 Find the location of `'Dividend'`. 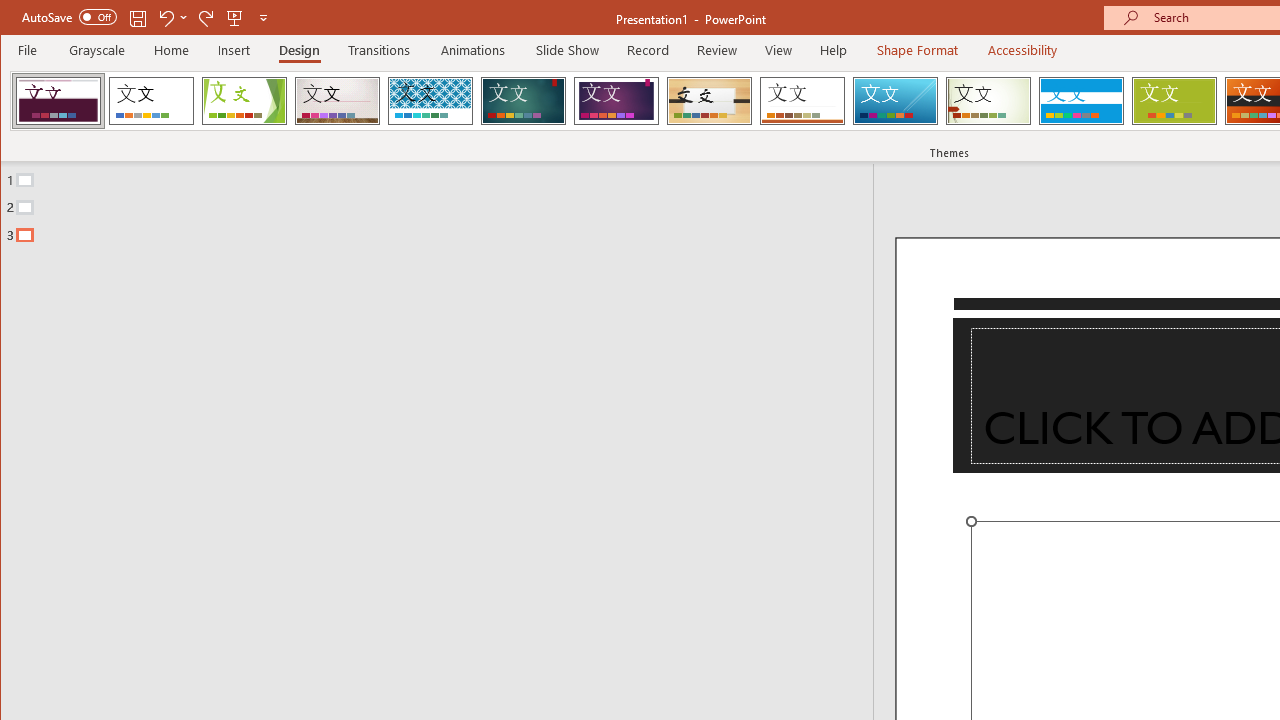

'Dividend' is located at coordinates (58, 100).